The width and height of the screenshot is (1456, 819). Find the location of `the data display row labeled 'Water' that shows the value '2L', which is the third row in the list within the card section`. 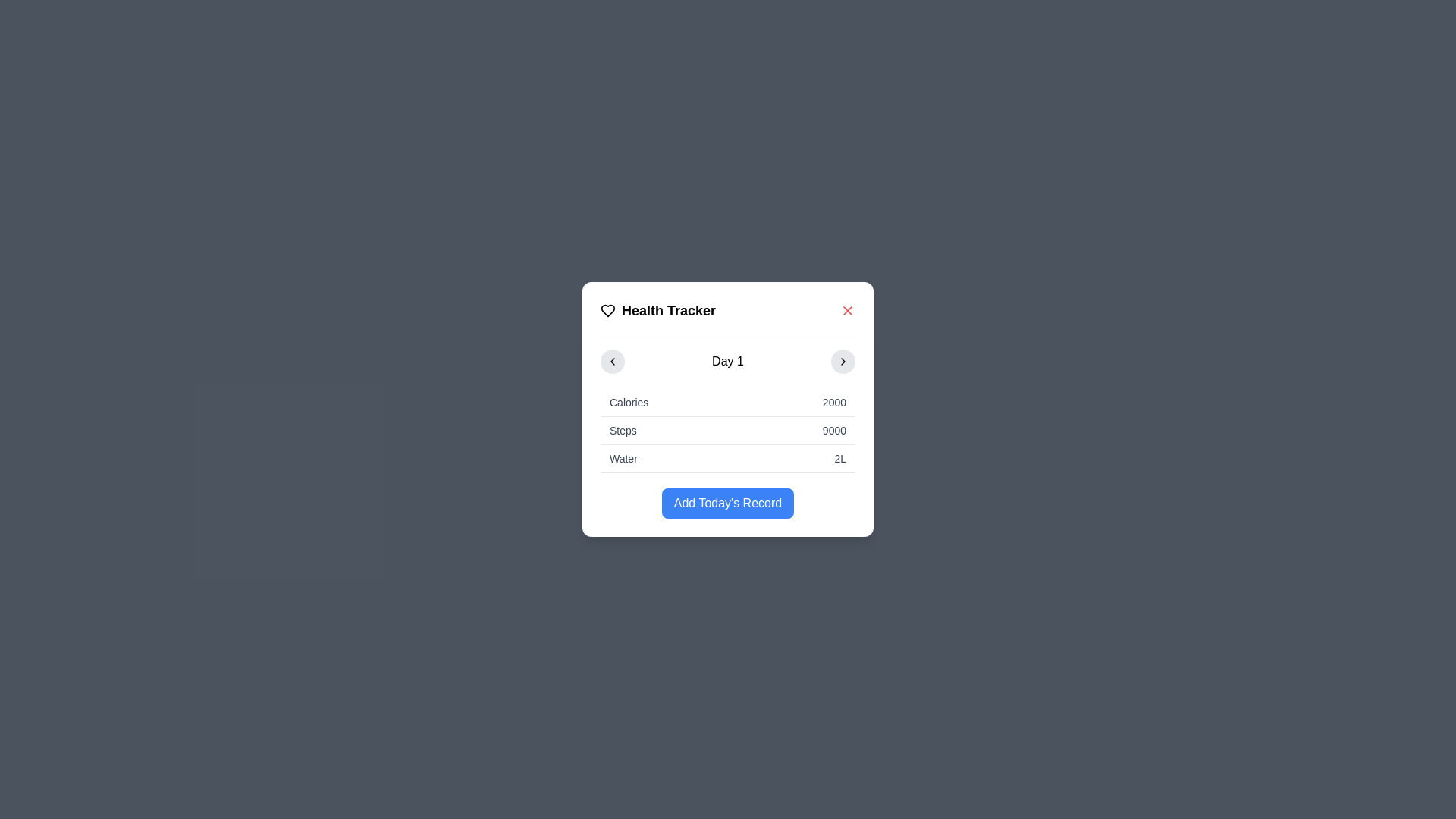

the data display row labeled 'Water' that shows the value '2L', which is the third row in the list within the card section is located at coordinates (728, 458).